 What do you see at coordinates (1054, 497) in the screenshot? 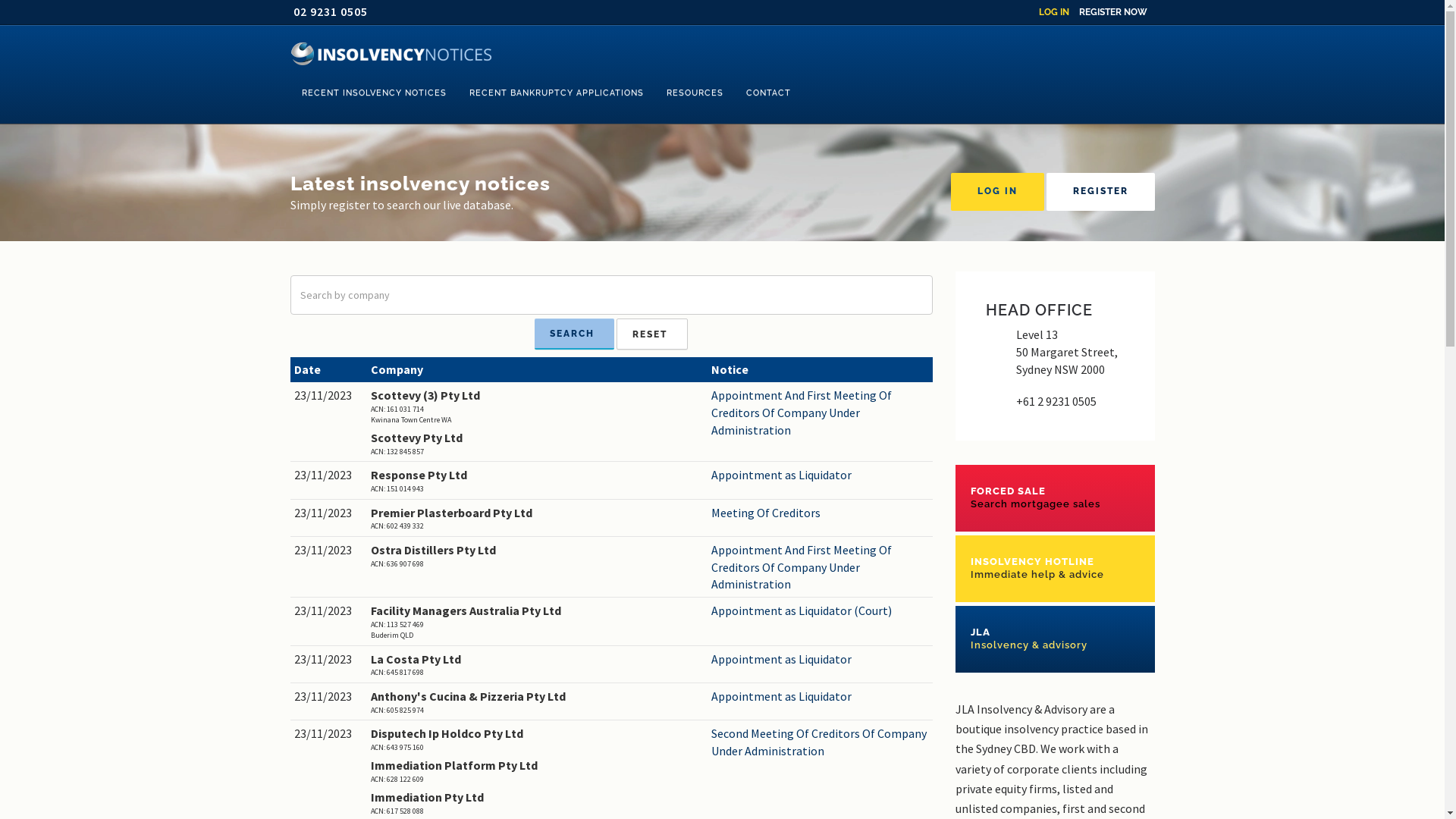
I see `'FORCED SALE` at bounding box center [1054, 497].